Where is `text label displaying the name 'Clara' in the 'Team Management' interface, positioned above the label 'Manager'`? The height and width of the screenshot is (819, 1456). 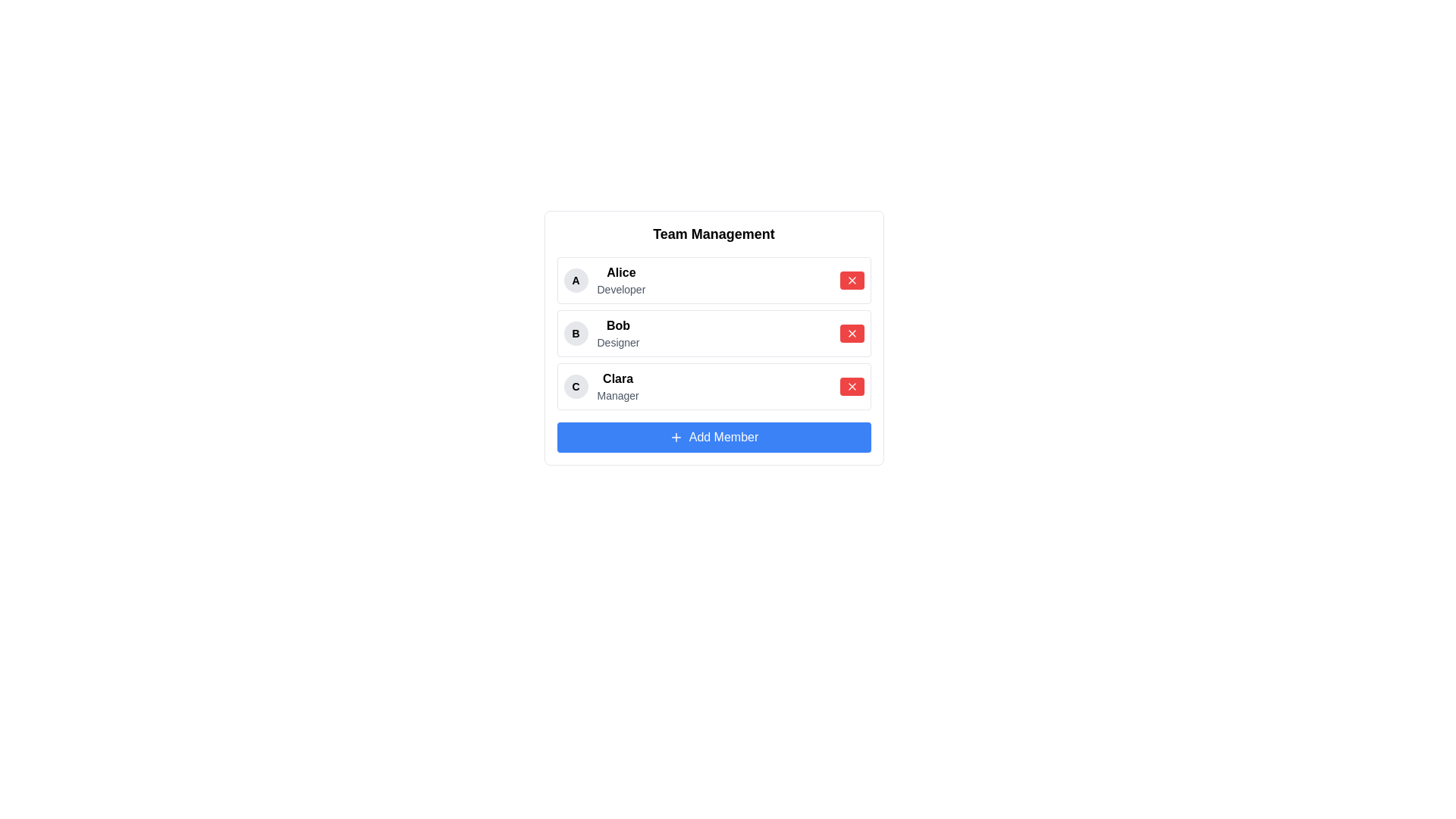 text label displaying the name 'Clara' in the 'Team Management' interface, positioned above the label 'Manager' is located at coordinates (618, 378).